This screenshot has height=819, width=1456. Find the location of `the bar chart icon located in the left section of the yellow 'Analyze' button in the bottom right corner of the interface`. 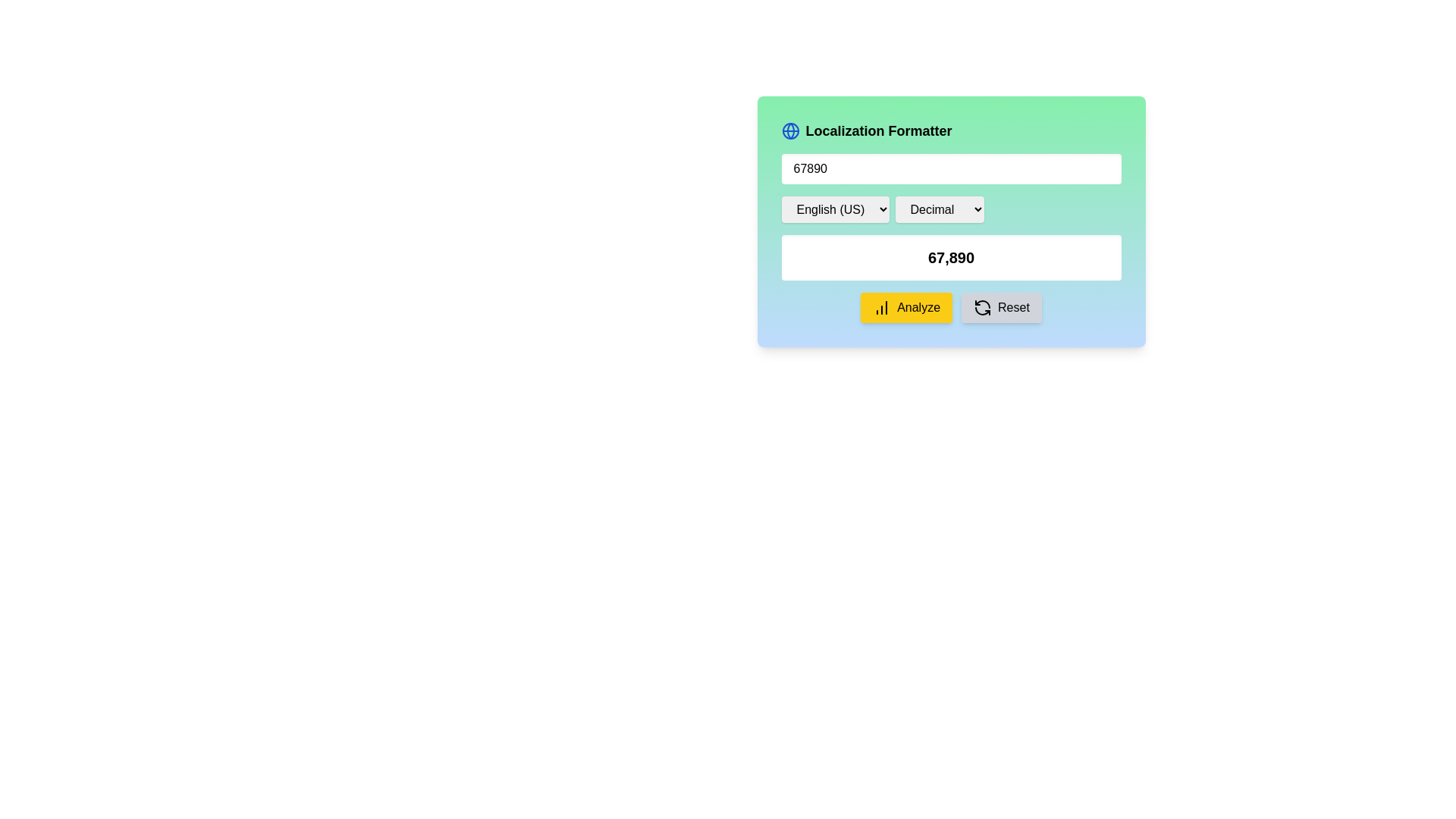

the bar chart icon located in the left section of the yellow 'Analyze' button in the bottom right corner of the interface is located at coordinates (882, 307).